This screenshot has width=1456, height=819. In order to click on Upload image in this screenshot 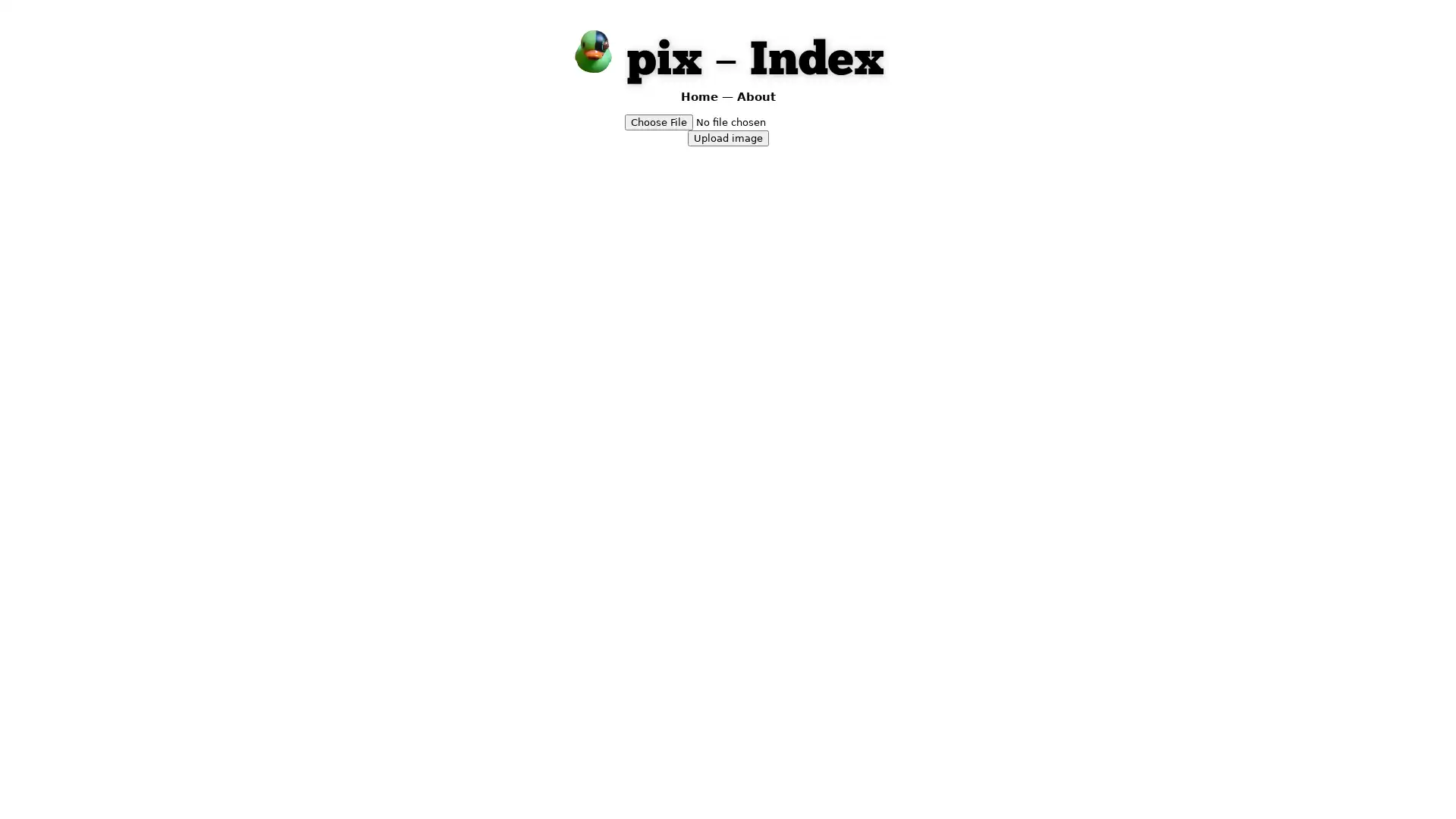, I will do `click(726, 137)`.